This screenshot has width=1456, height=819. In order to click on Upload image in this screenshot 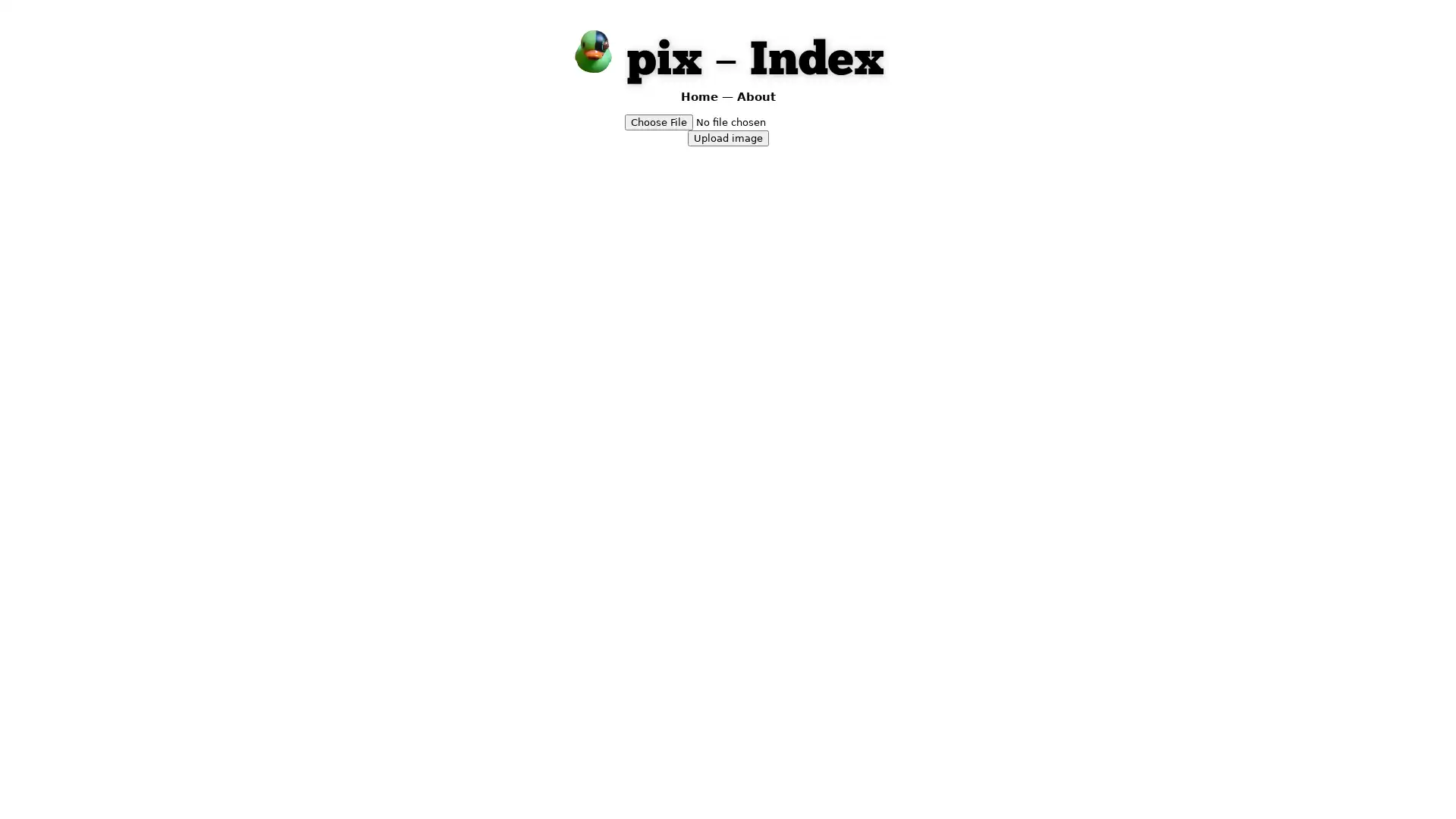, I will do `click(726, 137)`.